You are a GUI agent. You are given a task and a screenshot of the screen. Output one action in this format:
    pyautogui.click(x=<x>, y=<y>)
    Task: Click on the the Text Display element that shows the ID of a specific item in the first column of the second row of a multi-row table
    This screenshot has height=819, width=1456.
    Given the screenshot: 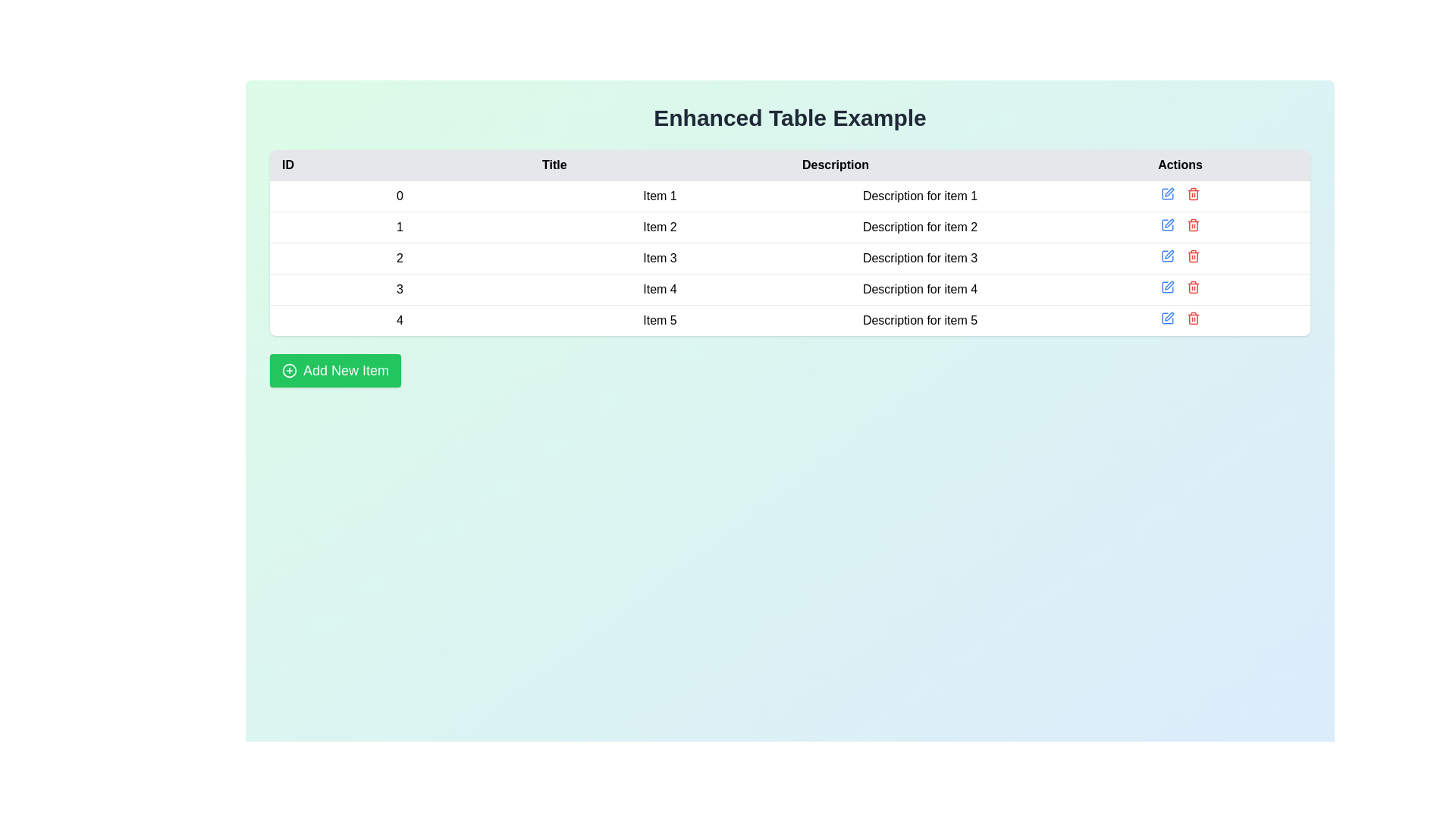 What is the action you would take?
    pyautogui.click(x=400, y=227)
    